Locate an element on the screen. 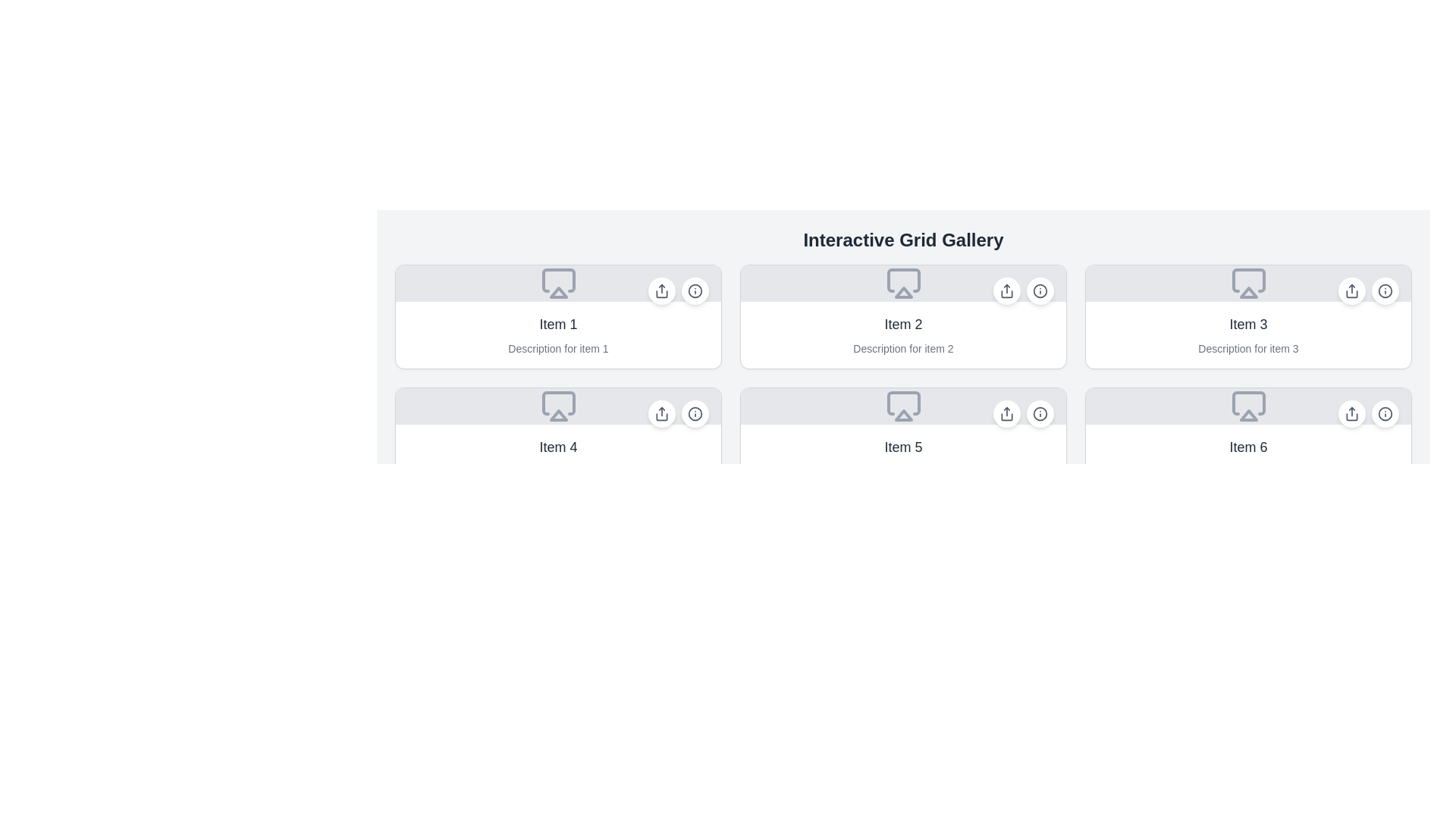  the card titled 'Item 3' is located at coordinates (1248, 315).